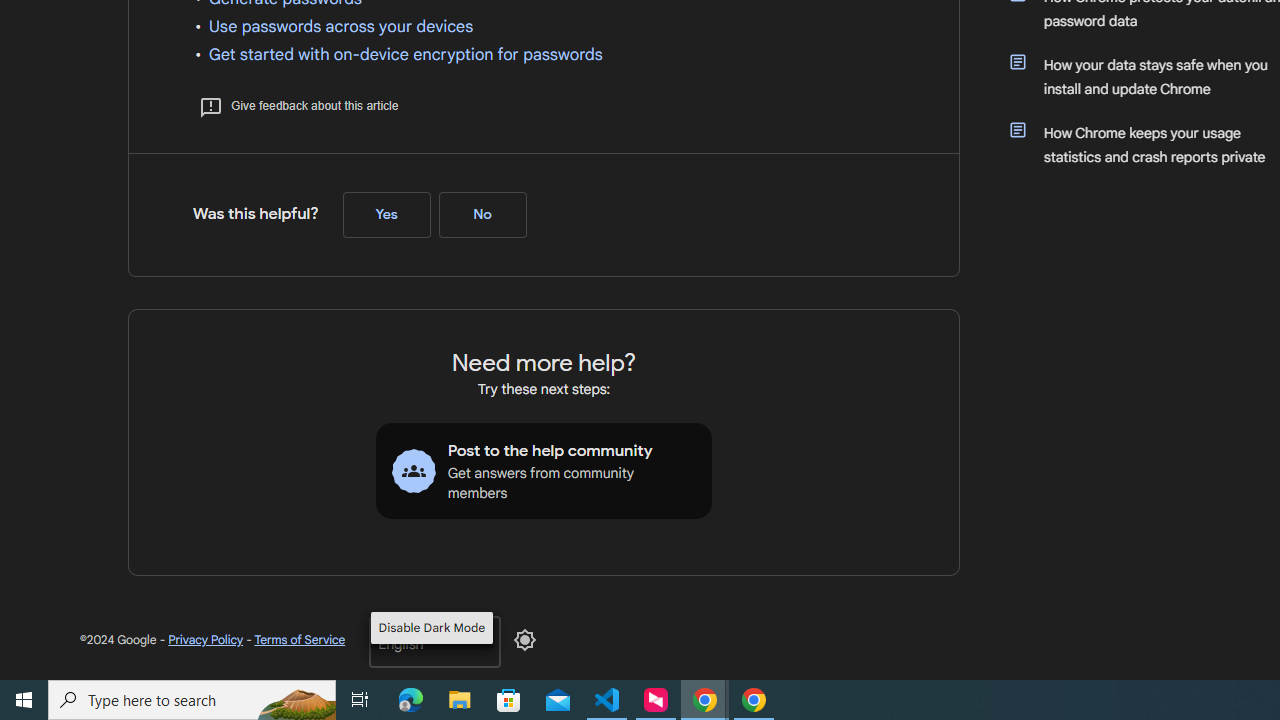  I want to click on 'No (Was this helpful?)', so click(482, 215).